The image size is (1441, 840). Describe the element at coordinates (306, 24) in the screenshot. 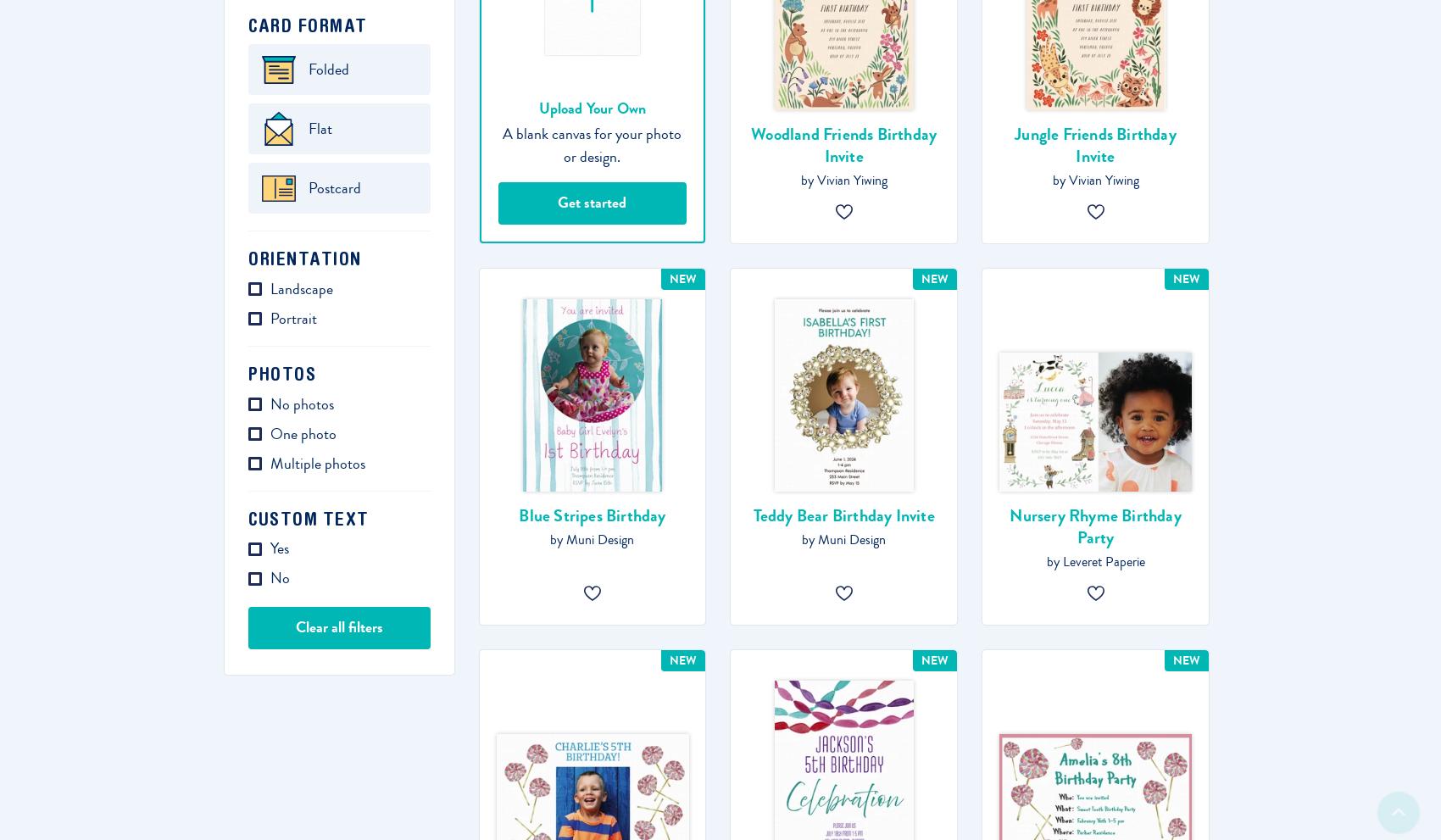

I see `'Card format'` at that location.